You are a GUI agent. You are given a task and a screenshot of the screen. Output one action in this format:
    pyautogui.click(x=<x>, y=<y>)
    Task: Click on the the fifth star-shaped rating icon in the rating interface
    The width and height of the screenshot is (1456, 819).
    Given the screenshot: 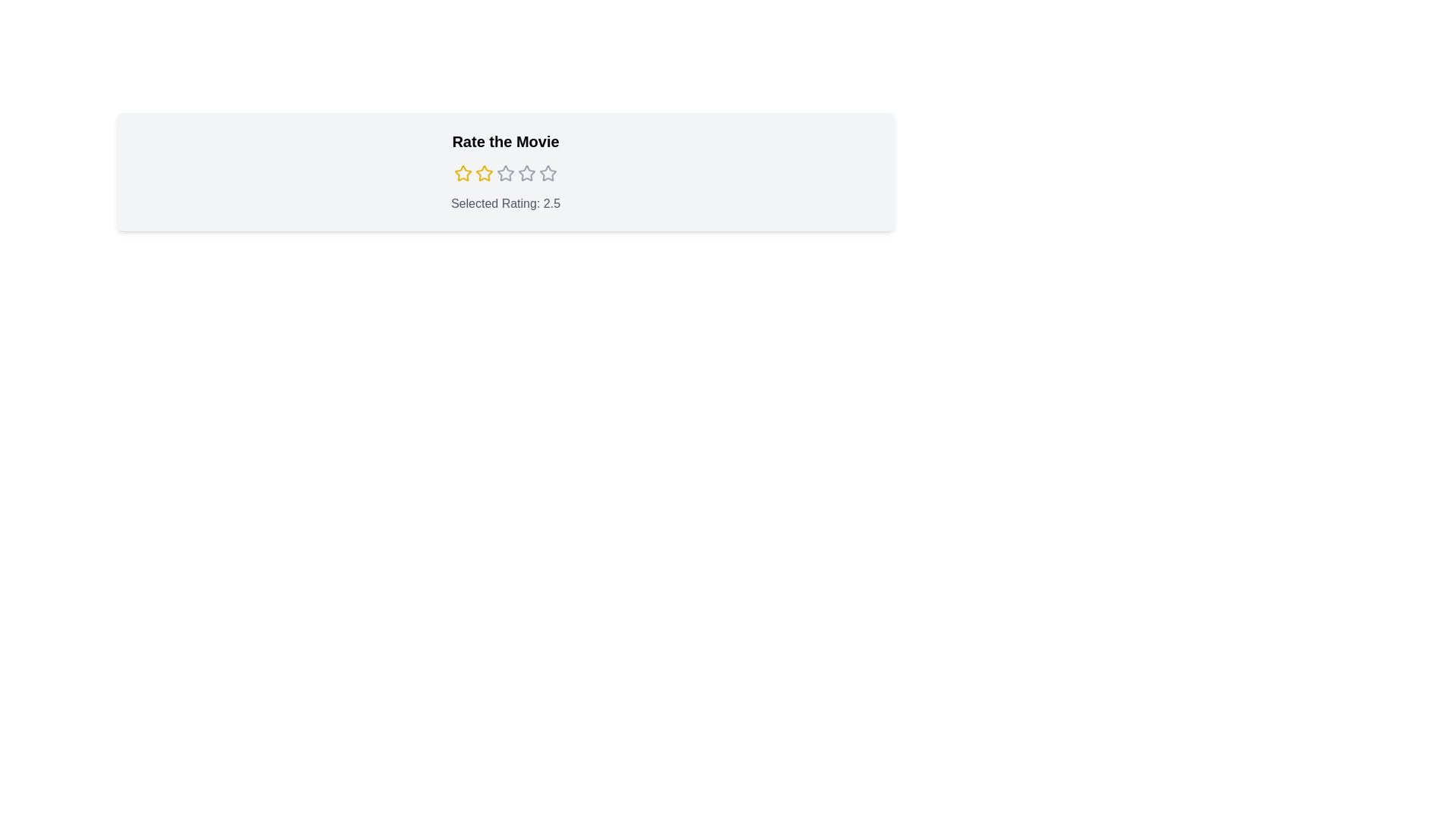 What is the action you would take?
    pyautogui.click(x=548, y=172)
    